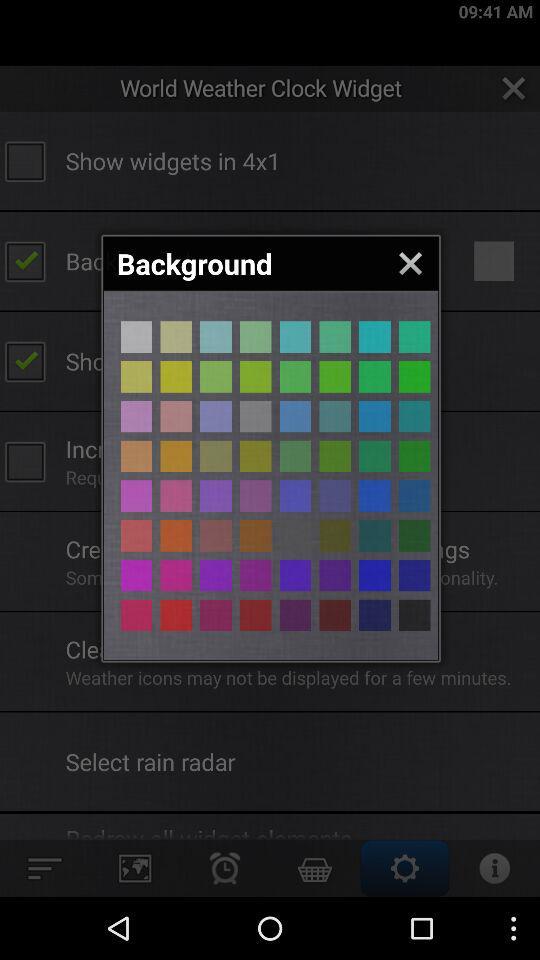 Image resolution: width=540 pixels, height=960 pixels. What do you see at coordinates (176, 495) in the screenshot?
I see `background color selection` at bounding box center [176, 495].